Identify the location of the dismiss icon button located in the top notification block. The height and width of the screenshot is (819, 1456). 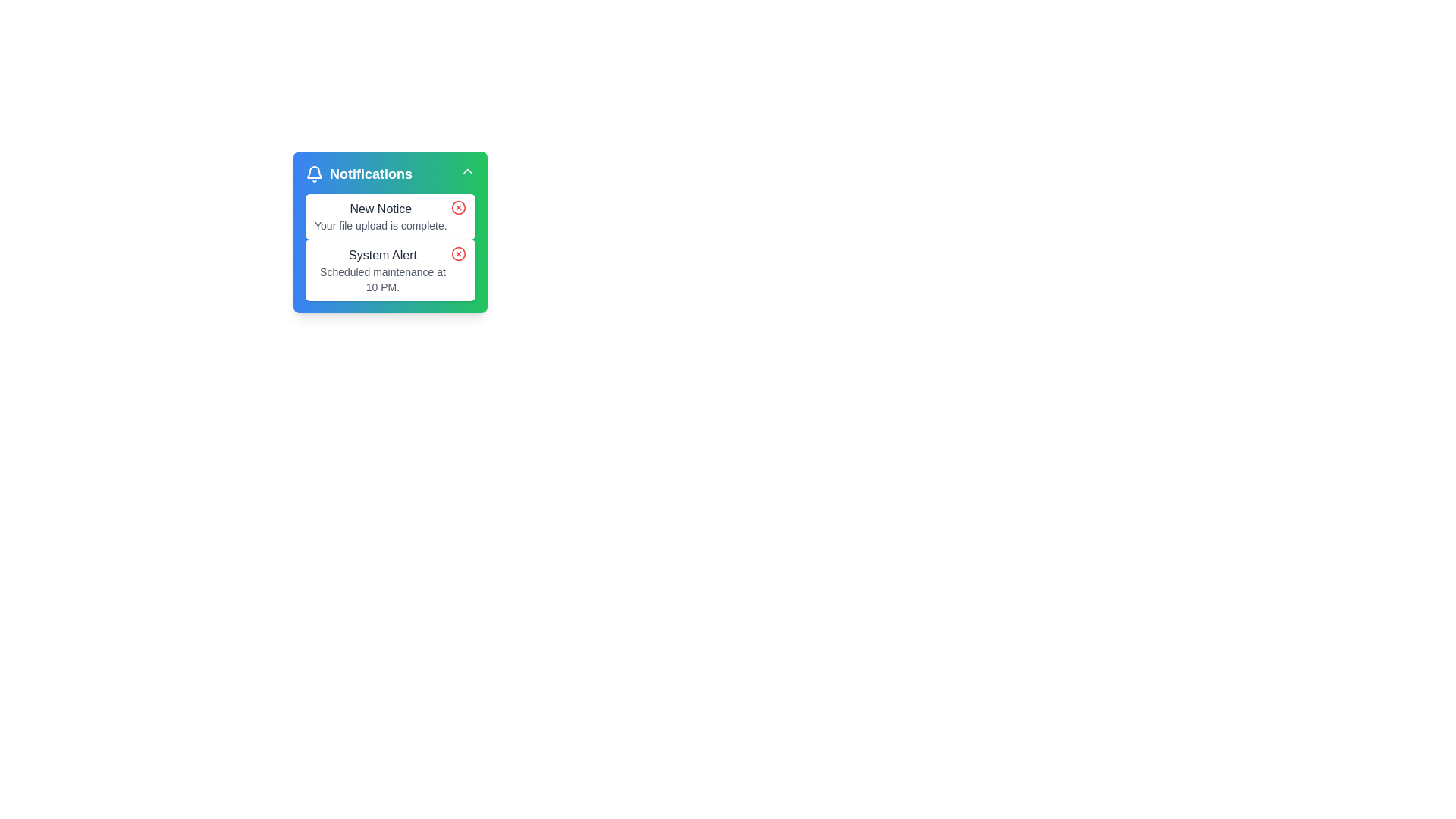
(457, 207).